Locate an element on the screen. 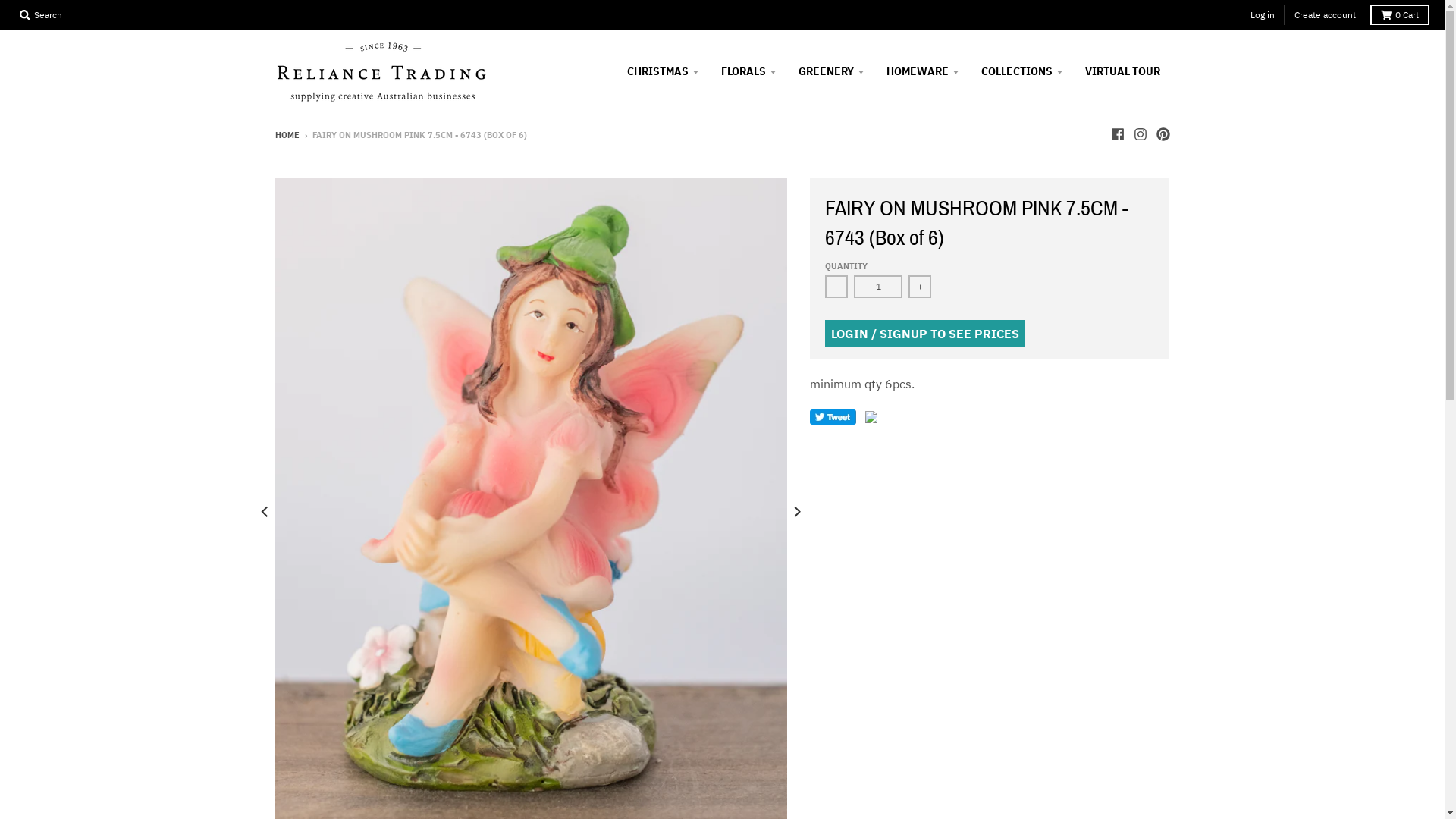 The image size is (1456, 819). 'FLORALS' is located at coordinates (748, 71).